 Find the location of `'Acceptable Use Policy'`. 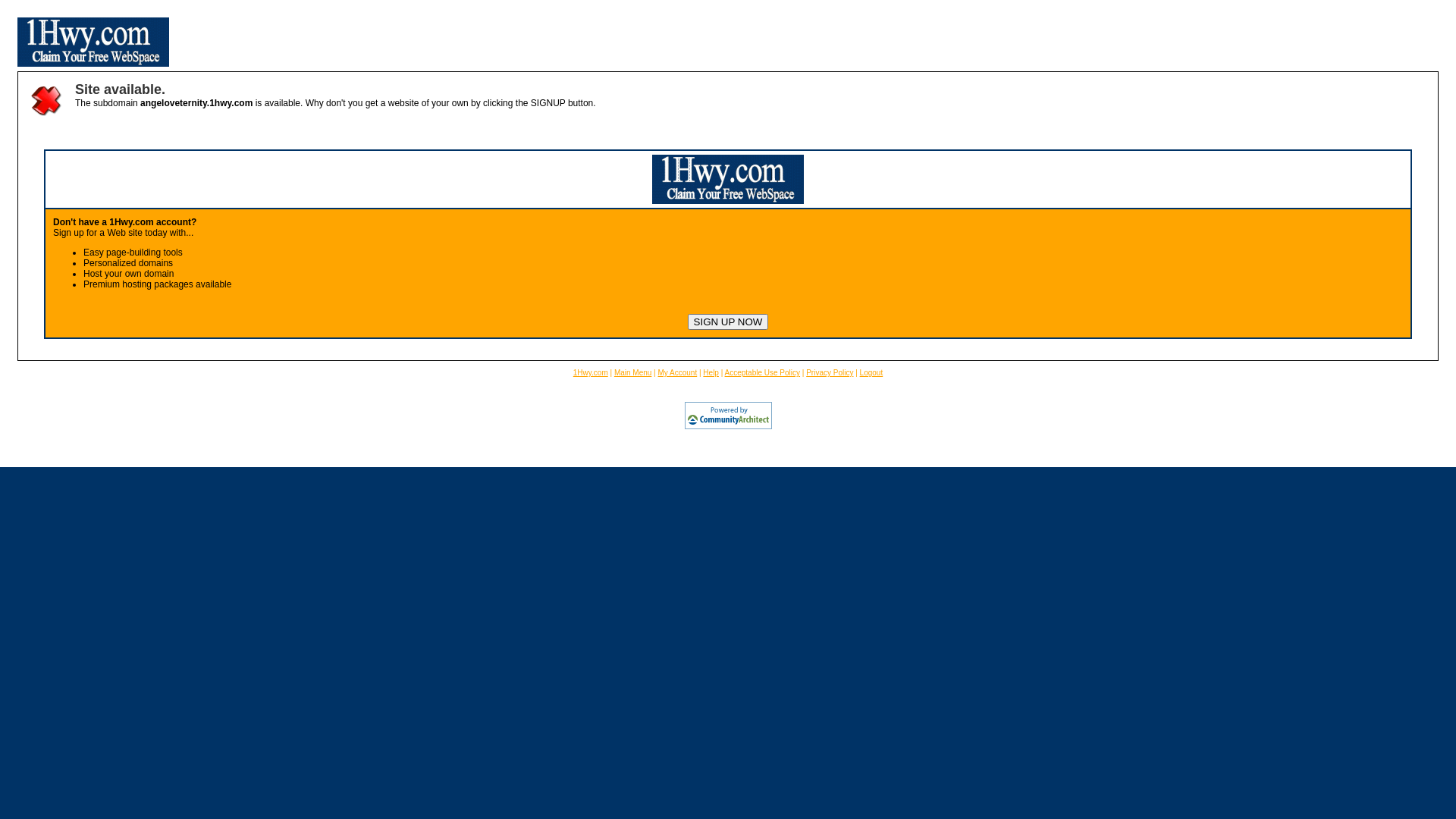

'Acceptable Use Policy' is located at coordinates (763, 372).